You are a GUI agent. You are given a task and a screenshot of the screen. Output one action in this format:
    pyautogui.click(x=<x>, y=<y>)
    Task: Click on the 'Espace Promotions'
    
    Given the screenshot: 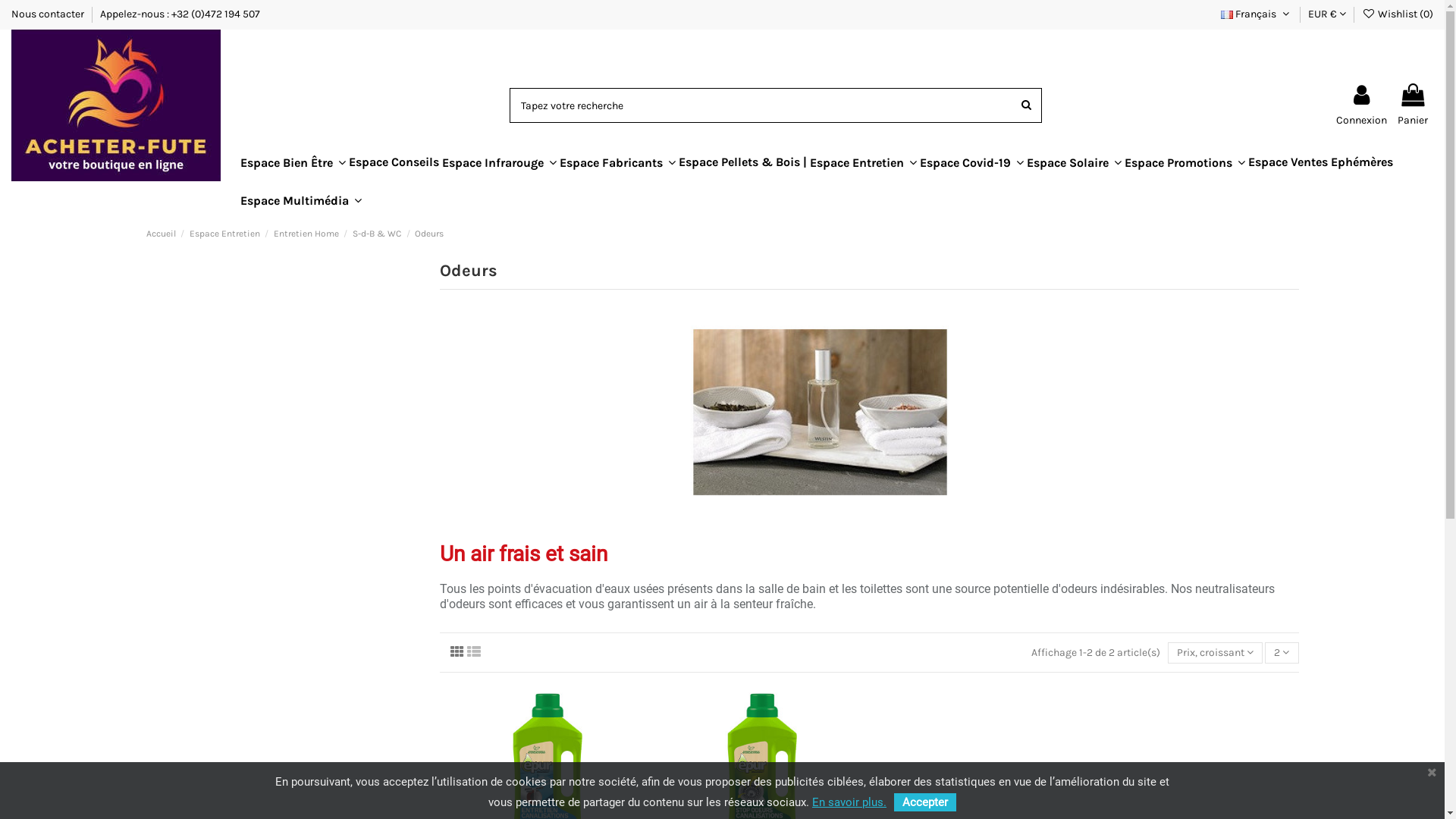 What is the action you would take?
    pyautogui.click(x=1184, y=162)
    